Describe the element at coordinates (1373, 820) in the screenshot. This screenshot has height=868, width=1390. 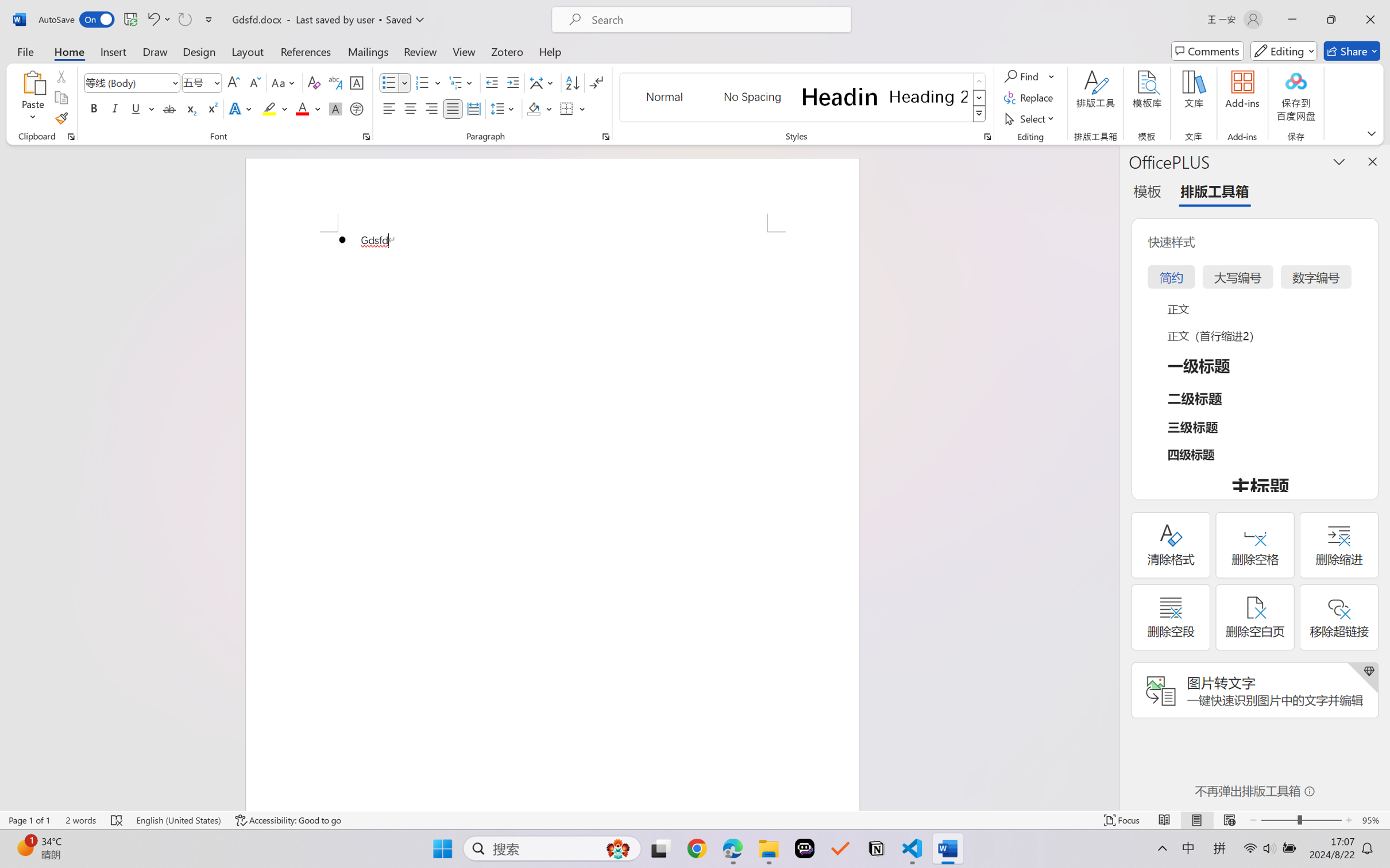
I see `'Zoom 95%'` at that location.